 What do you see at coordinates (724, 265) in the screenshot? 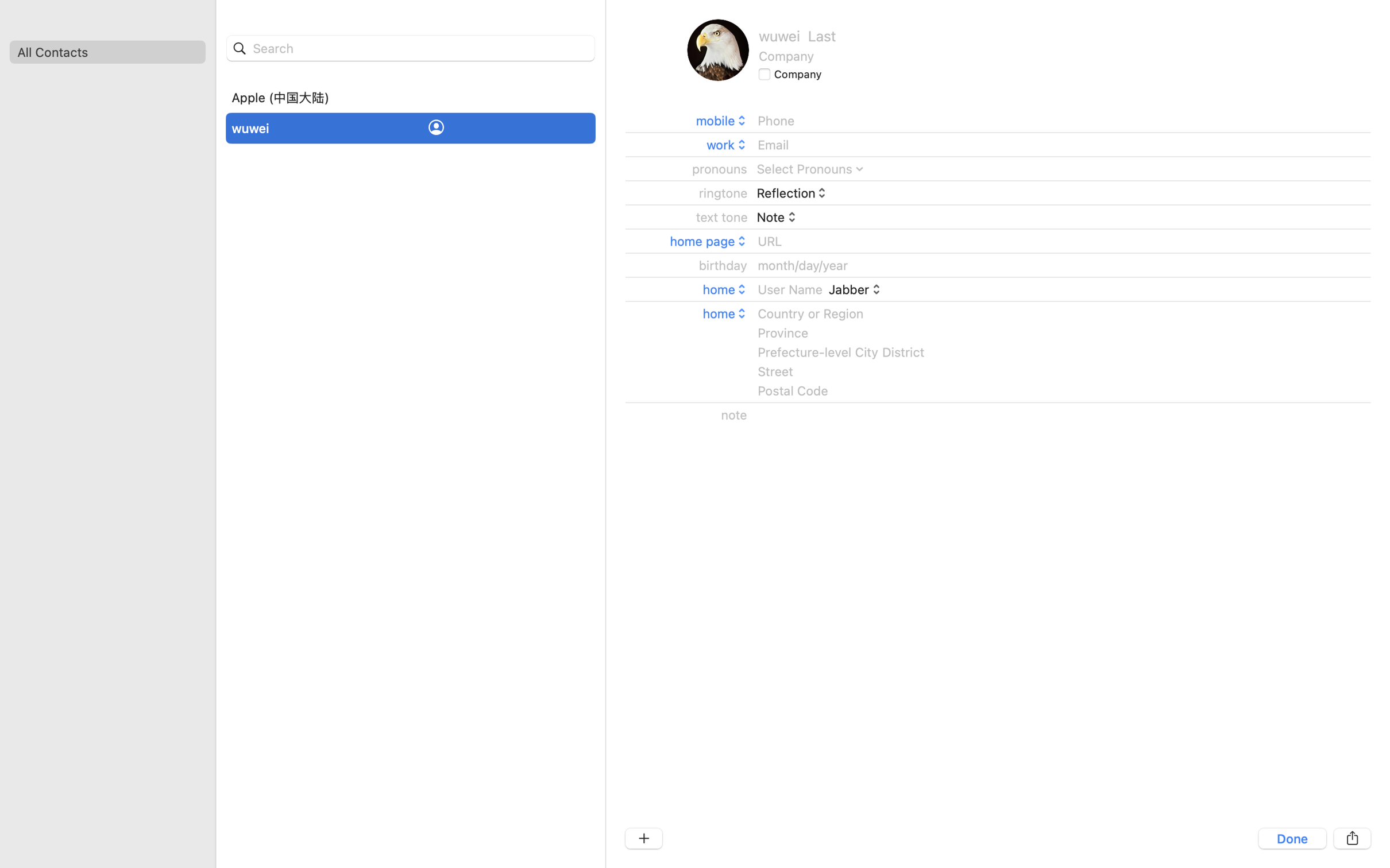
I see `'birthday'` at bounding box center [724, 265].